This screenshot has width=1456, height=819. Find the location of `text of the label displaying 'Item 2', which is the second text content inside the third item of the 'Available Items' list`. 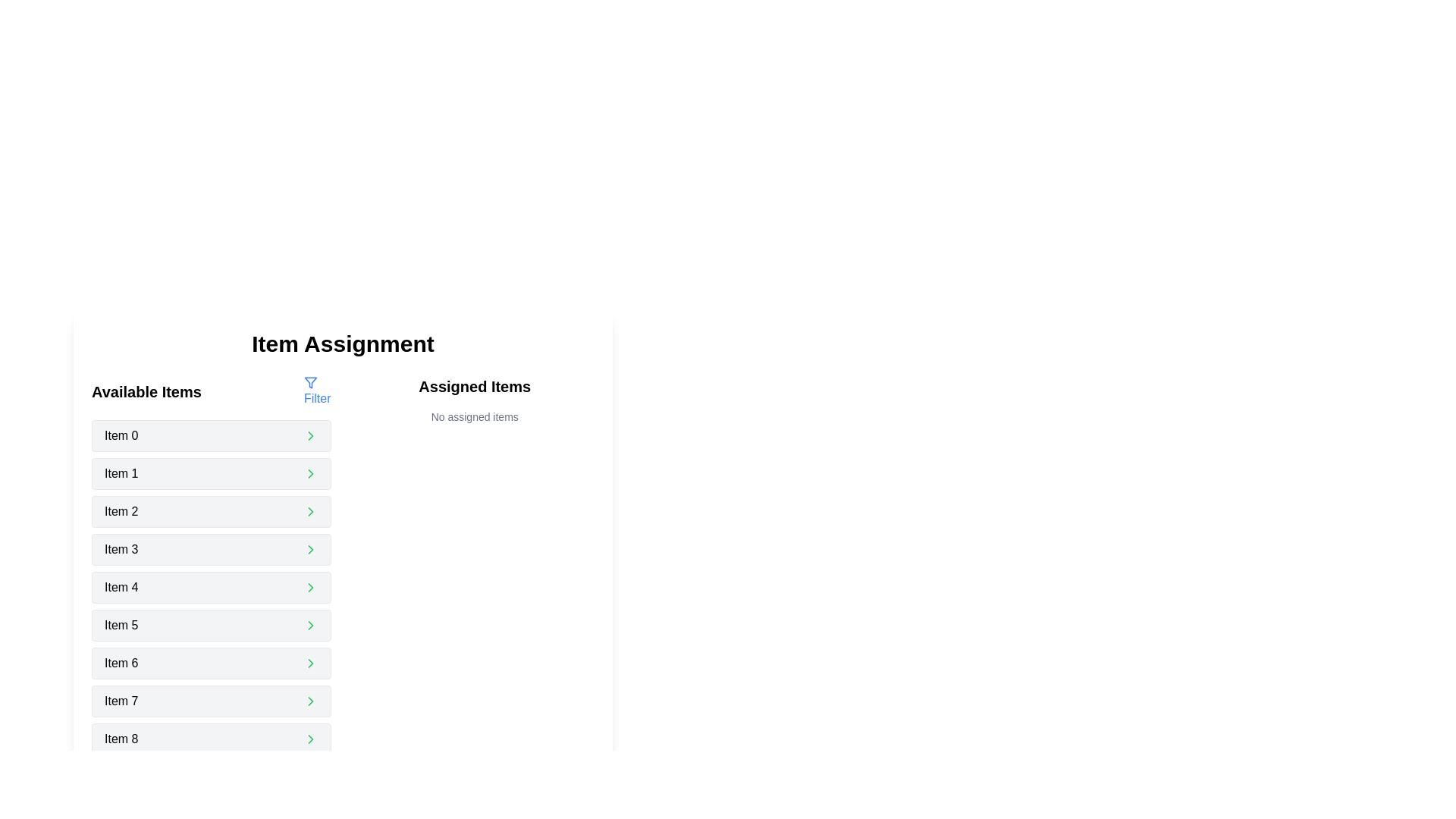

text of the label displaying 'Item 2', which is the second text content inside the third item of the 'Available Items' list is located at coordinates (121, 512).